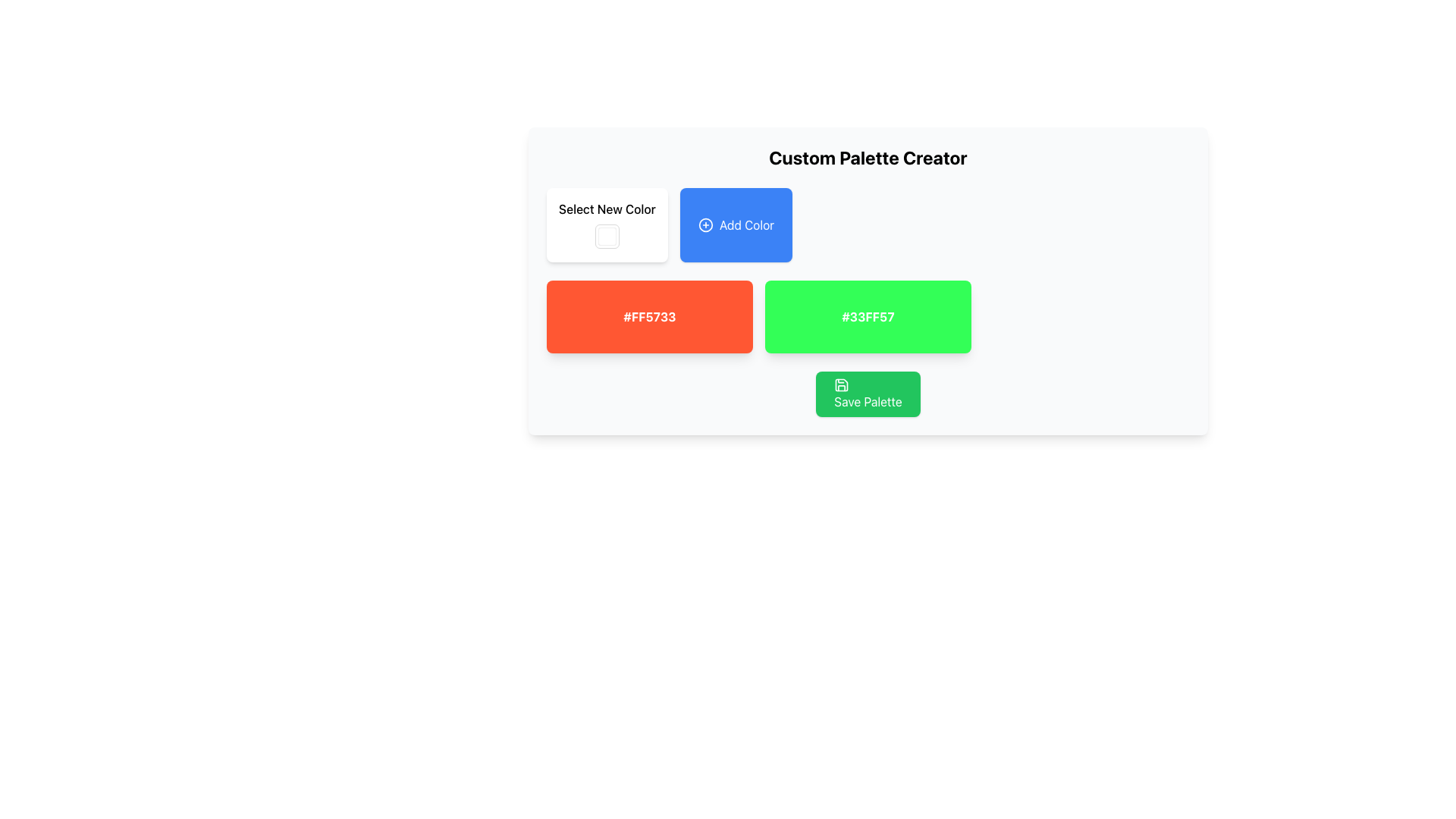  I want to click on the text label displaying '#FF5733' in bold white font on a red background, located near the bottom-left quadrant of the interface, so click(650, 315).